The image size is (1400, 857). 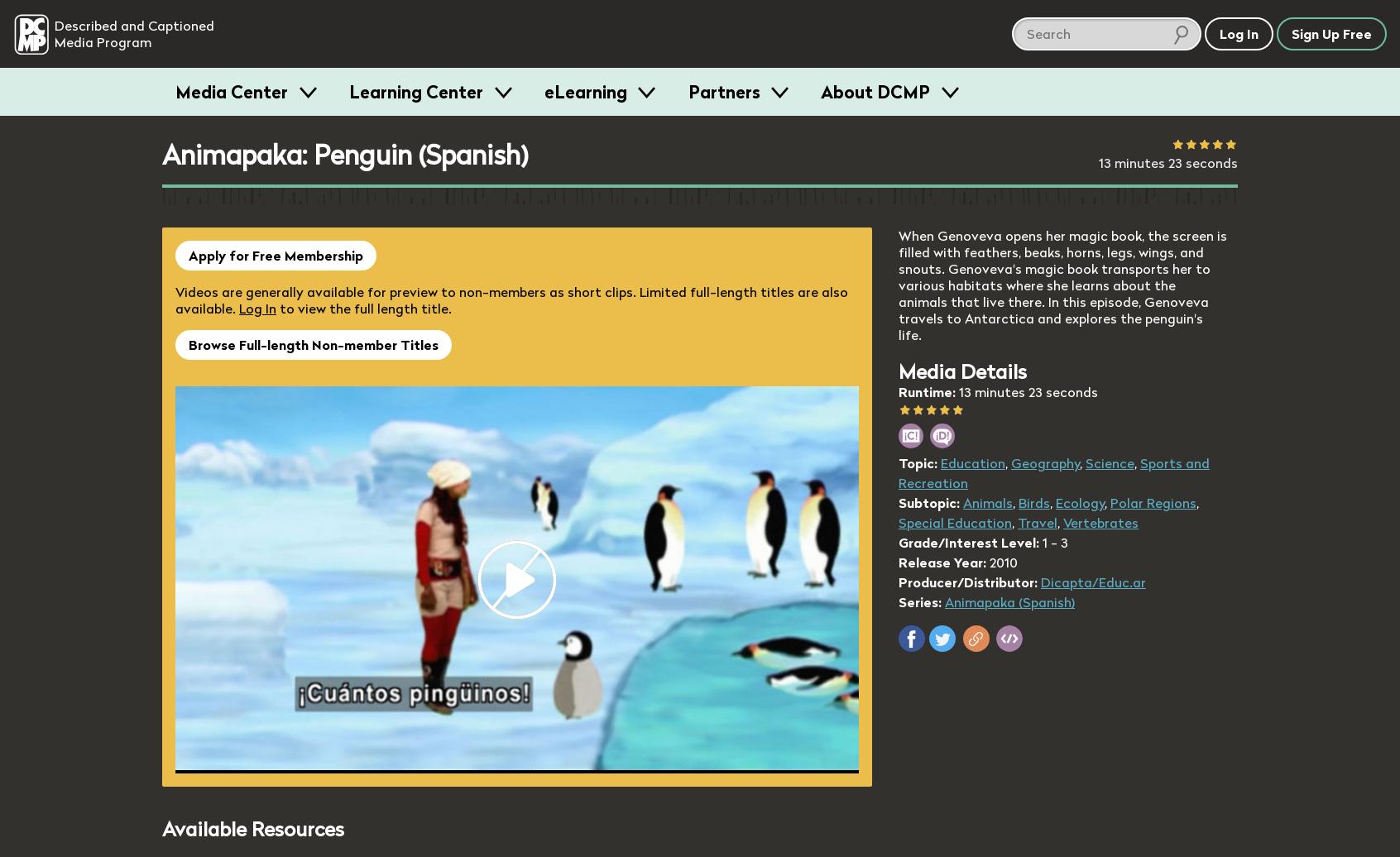 I want to click on 'Subtopic:', so click(x=928, y=503).